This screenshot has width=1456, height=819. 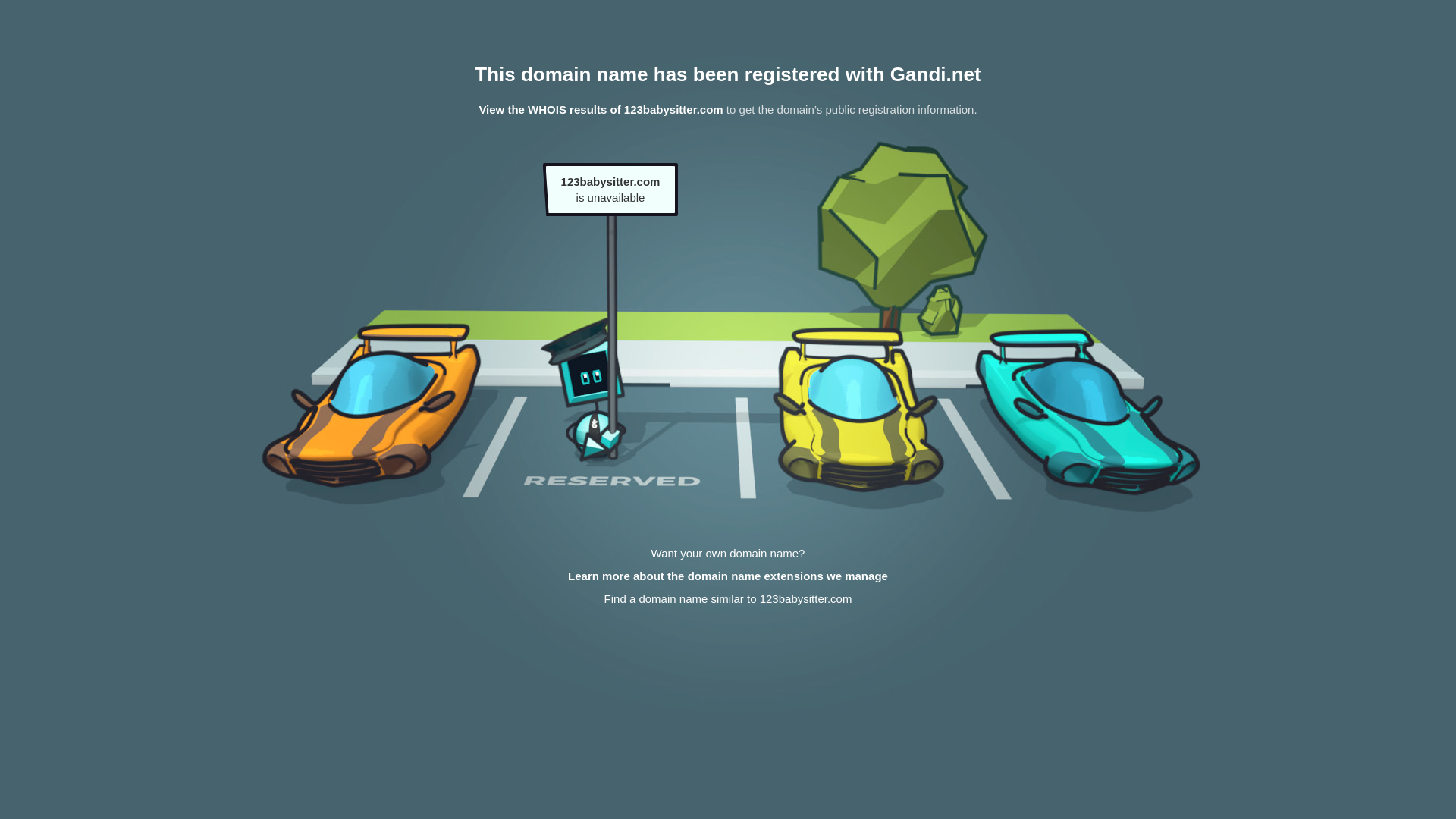 What do you see at coordinates (603, 598) in the screenshot?
I see `'Find a domain name similar to 123babysitter.com'` at bounding box center [603, 598].